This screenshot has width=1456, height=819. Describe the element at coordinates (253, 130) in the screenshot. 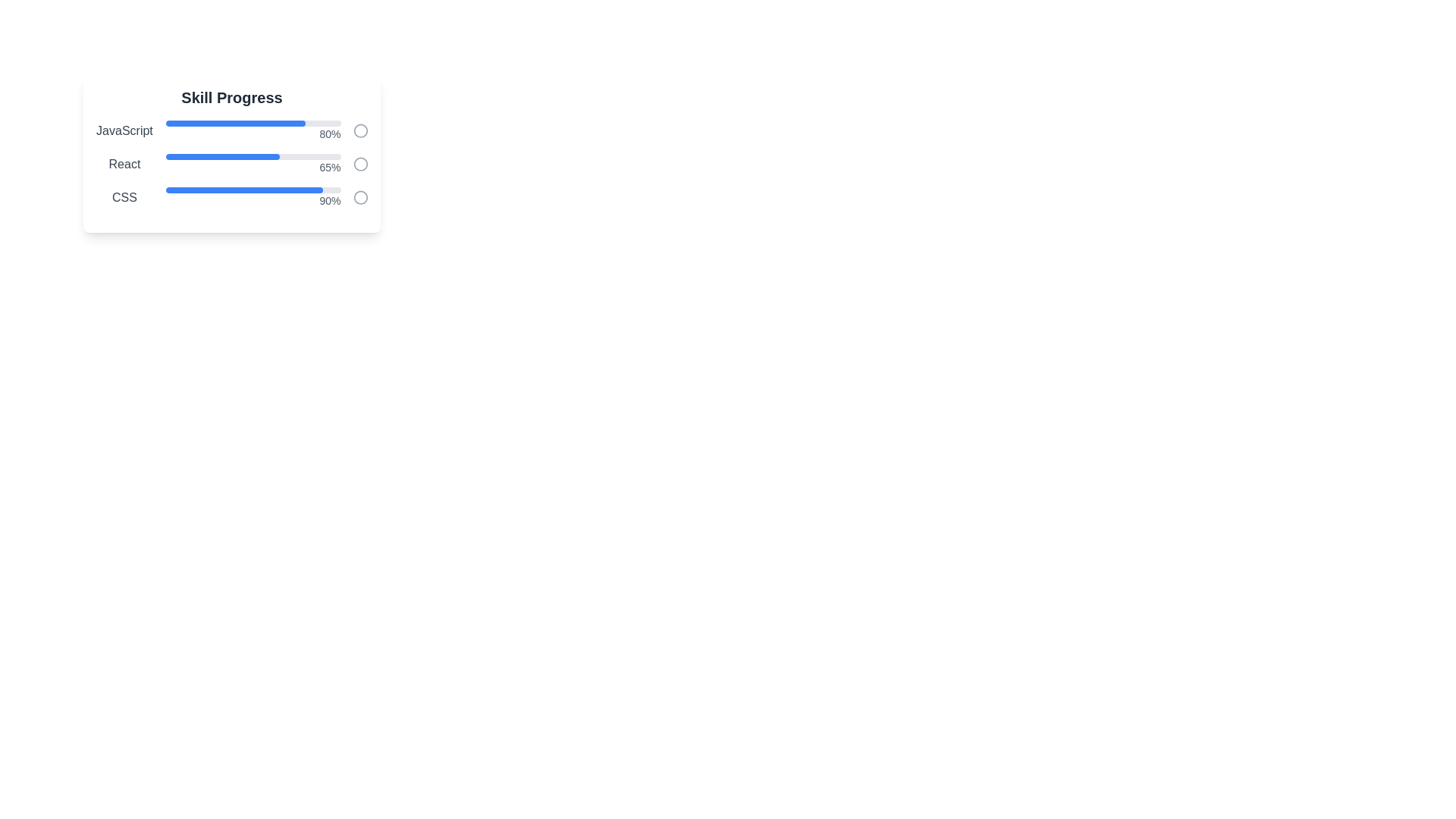

I see `the progress indicator representing the proficiency level of the 'JavaScript' skill, which shows an '80%' percentage label` at that location.